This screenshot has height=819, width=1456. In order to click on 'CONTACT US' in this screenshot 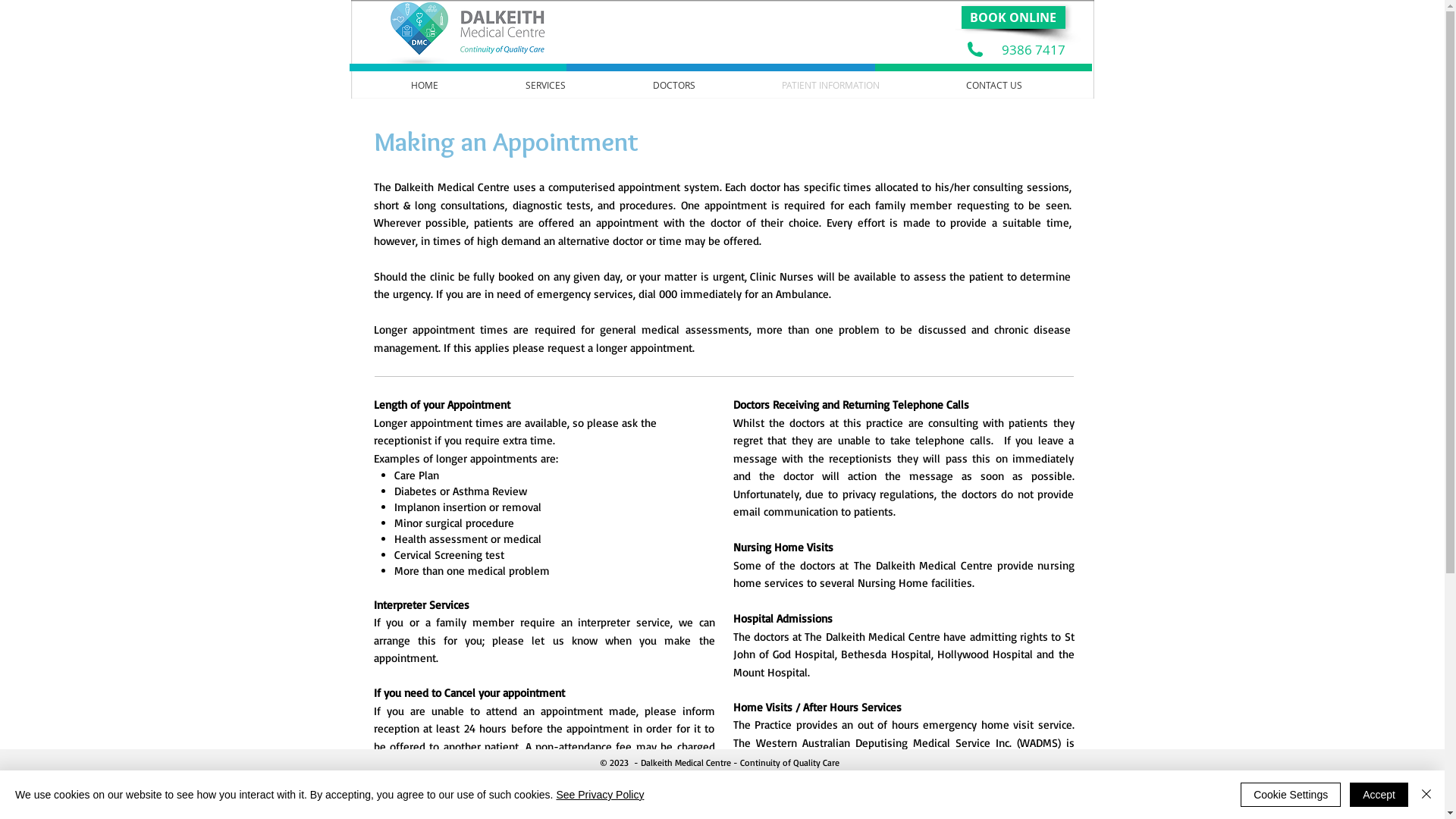, I will do `click(993, 84)`.